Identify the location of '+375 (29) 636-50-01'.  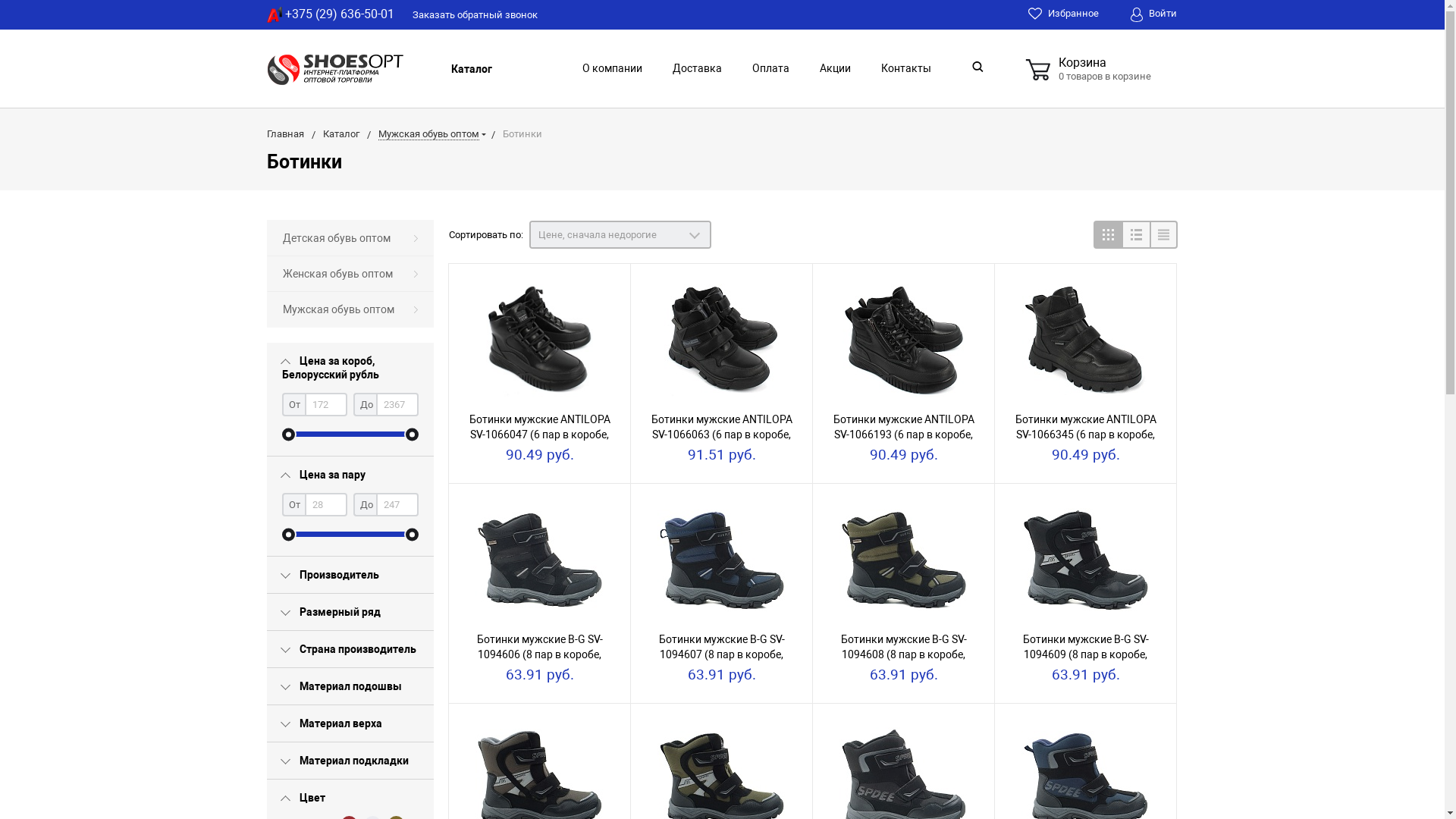
(330, 14).